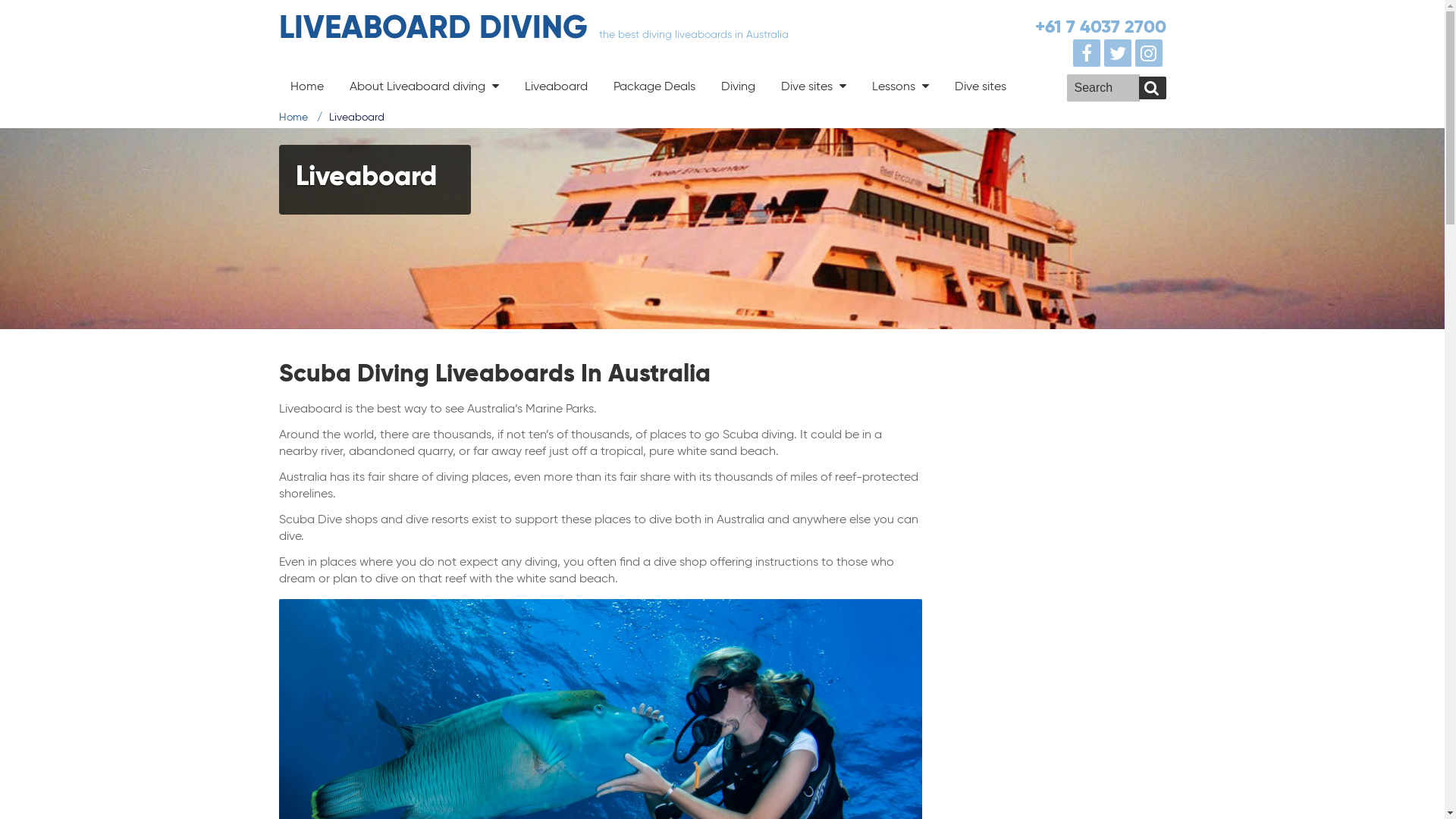 The width and height of the screenshot is (1456, 819). What do you see at coordinates (337, 85) in the screenshot?
I see `'About Liveaboard diving'` at bounding box center [337, 85].